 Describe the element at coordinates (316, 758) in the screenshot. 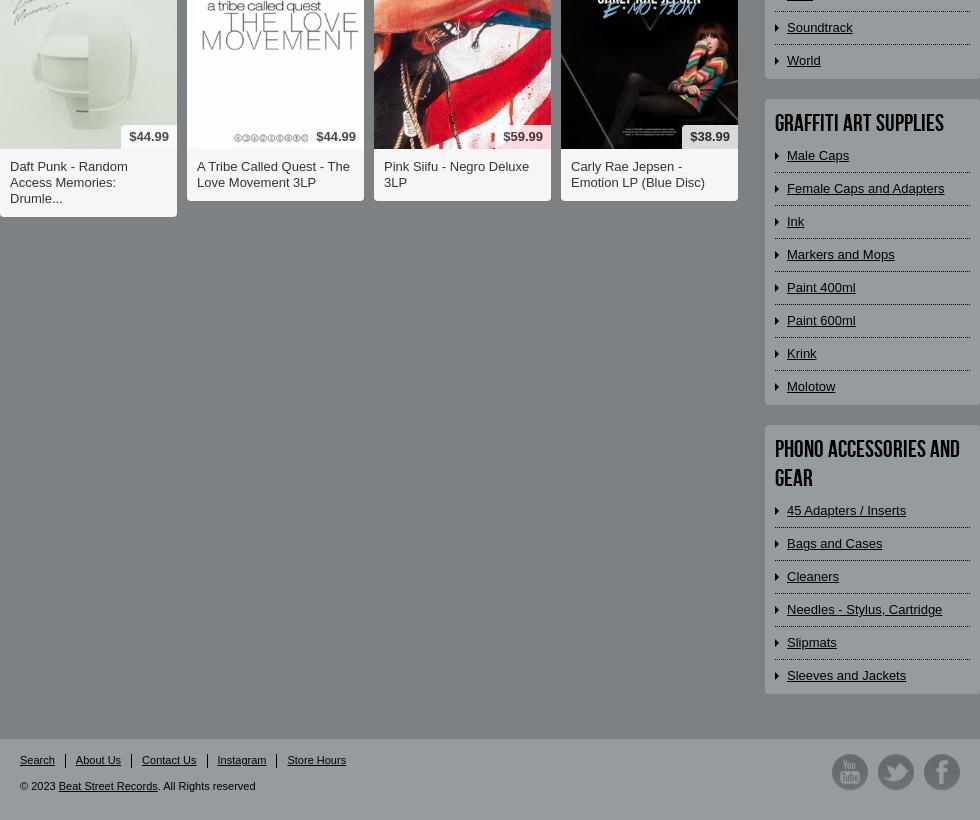

I see `'Store Hours'` at that location.